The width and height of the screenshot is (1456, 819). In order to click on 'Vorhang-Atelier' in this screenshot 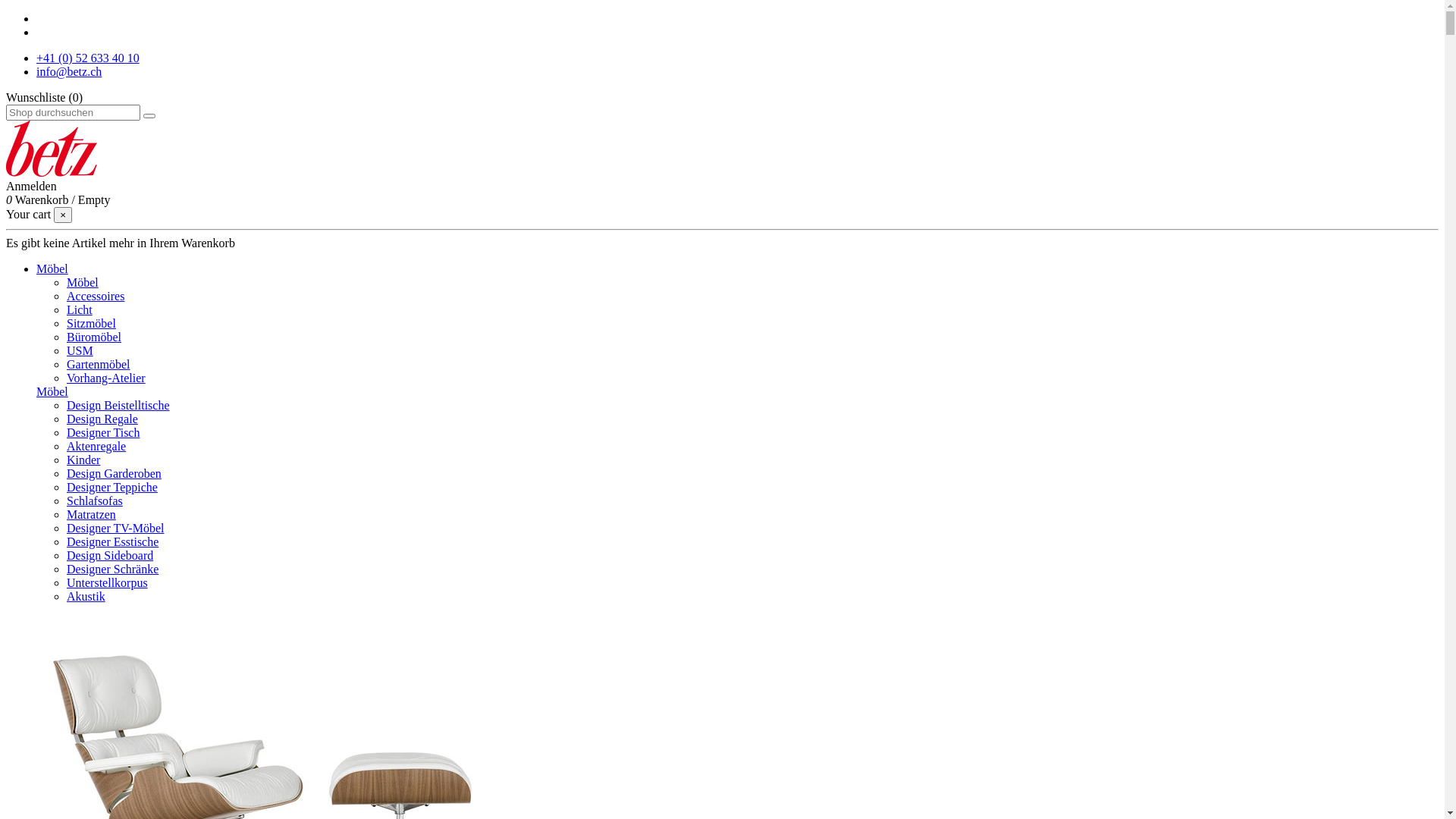, I will do `click(105, 377)`.